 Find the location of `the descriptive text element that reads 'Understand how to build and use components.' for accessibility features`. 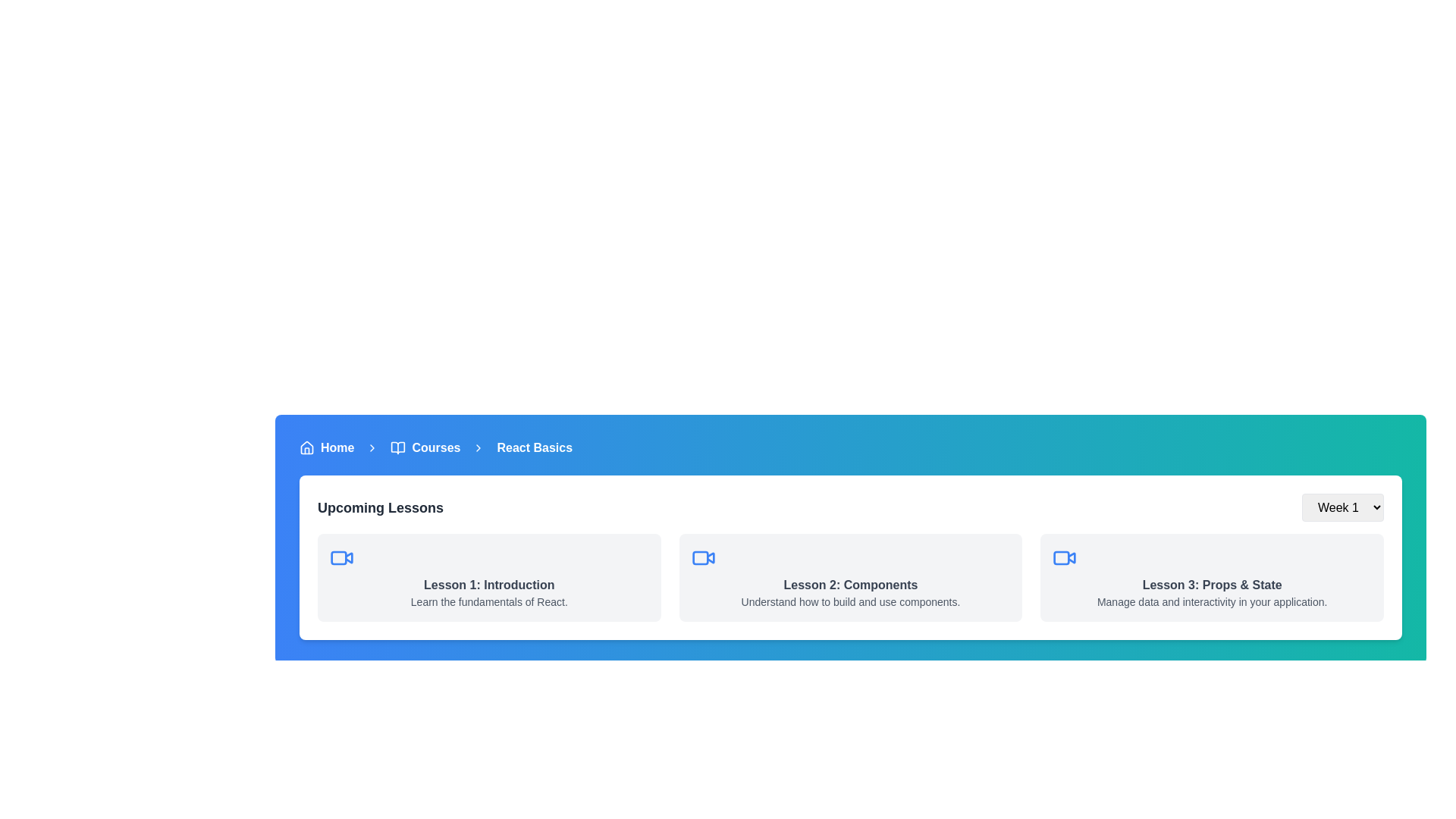

the descriptive text element that reads 'Understand how to build and use components.' for accessibility features is located at coordinates (851, 601).